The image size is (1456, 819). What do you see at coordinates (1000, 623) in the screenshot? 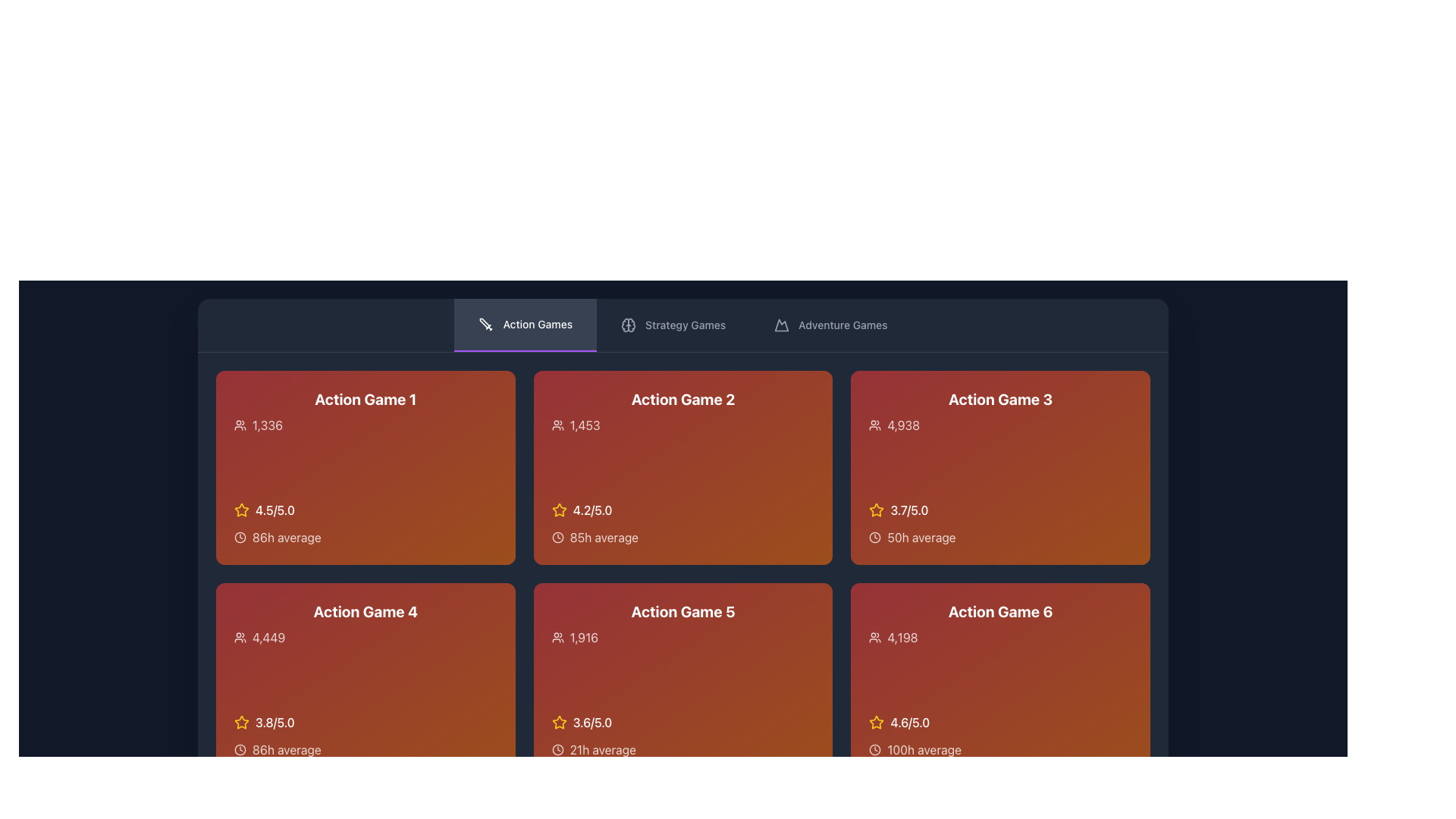
I see `displayed title and user count for 'Action Game 6' located in the bottom-right card of the grid layout` at bounding box center [1000, 623].